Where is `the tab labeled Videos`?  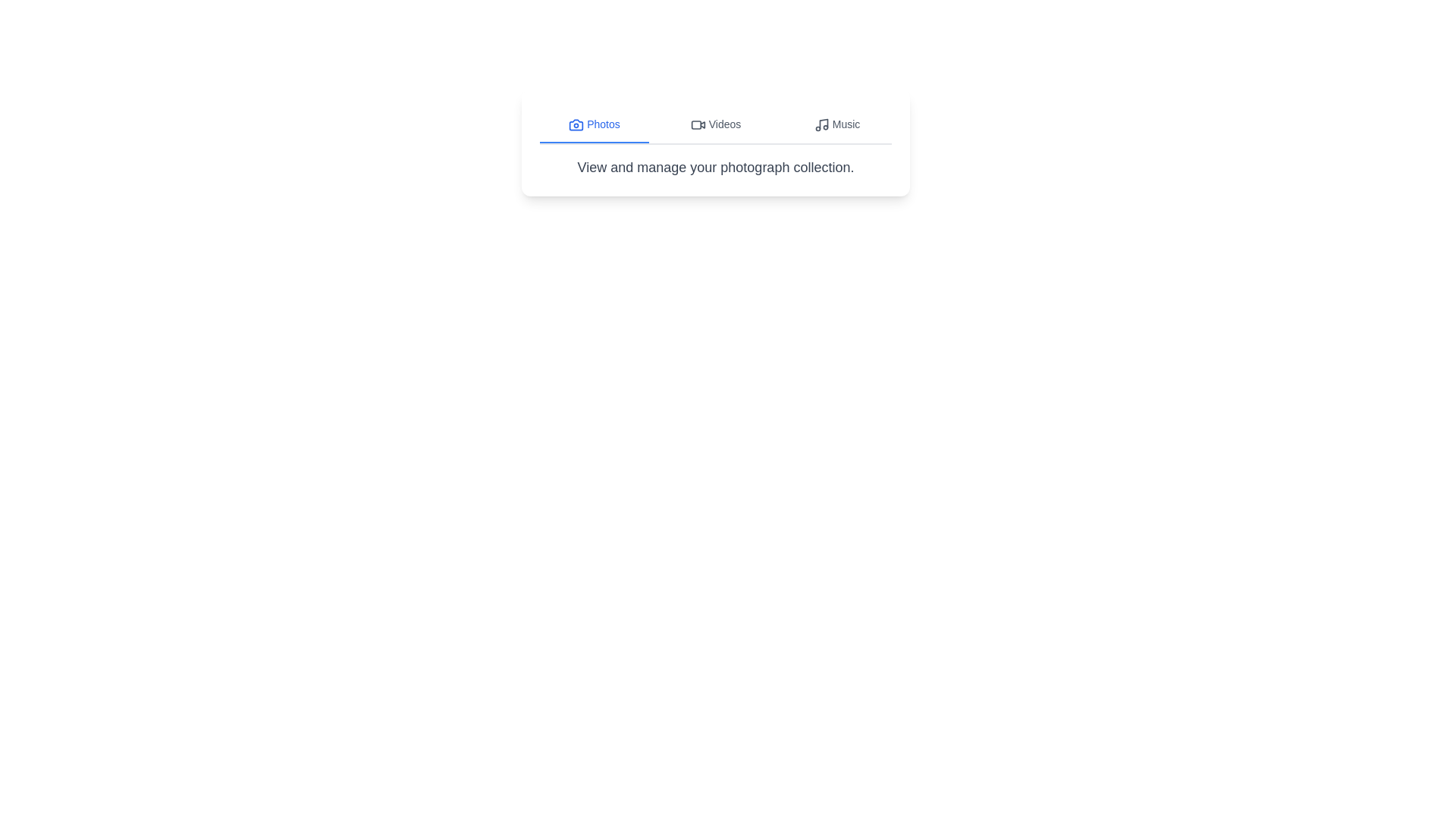 the tab labeled Videos is located at coordinates (715, 124).